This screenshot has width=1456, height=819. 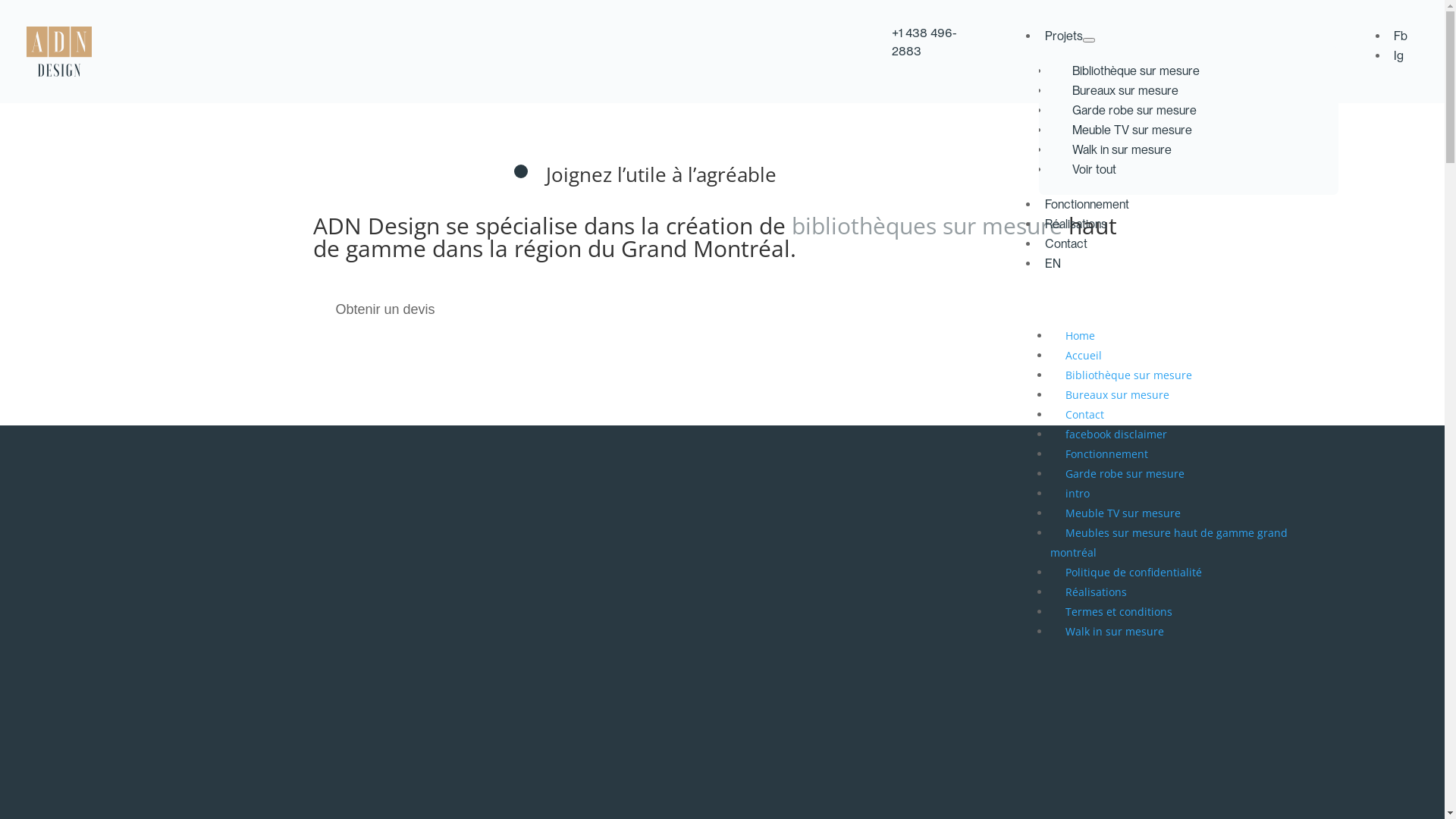 What do you see at coordinates (1119, 610) in the screenshot?
I see `'Termes et conditions'` at bounding box center [1119, 610].